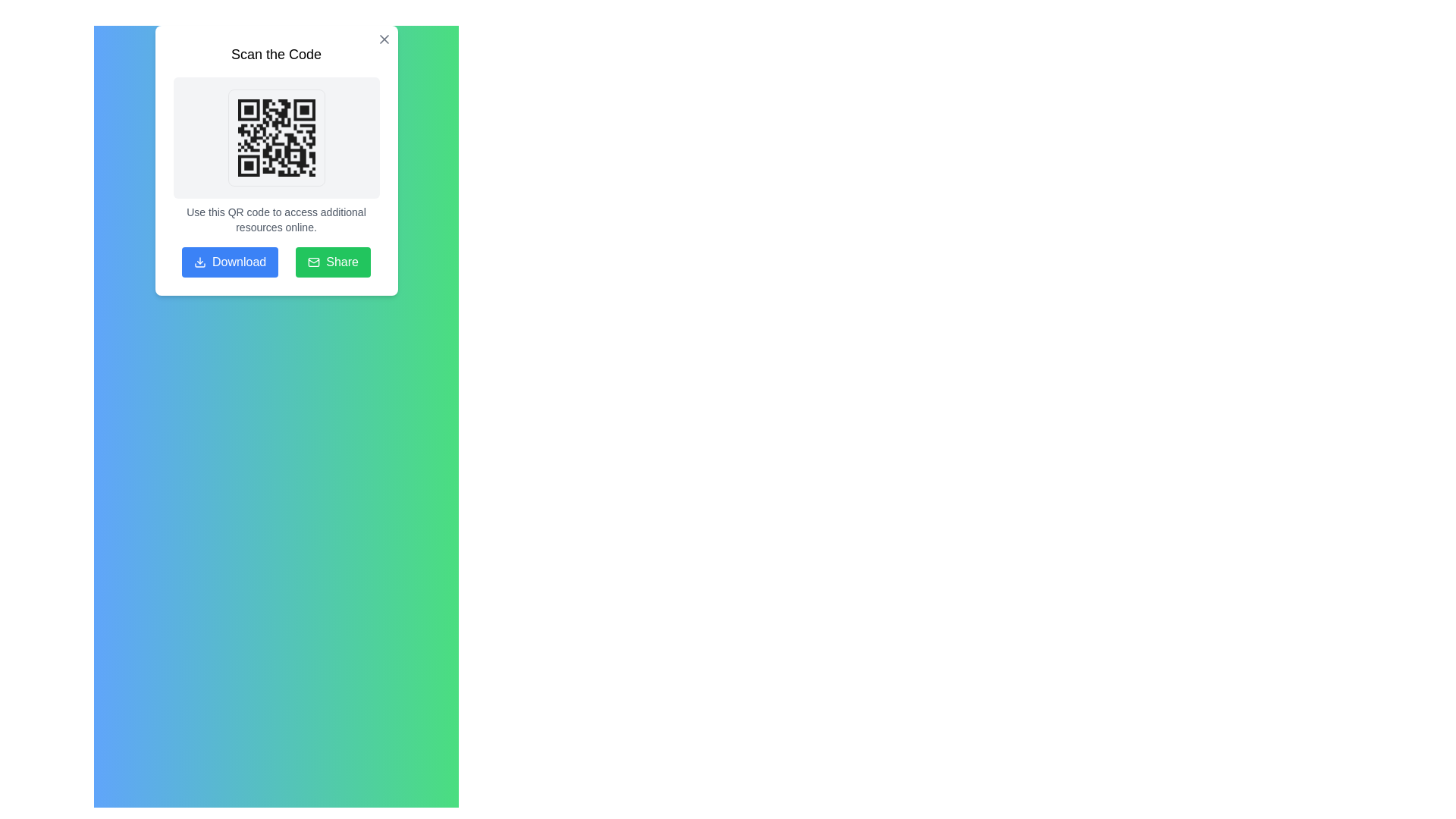 The height and width of the screenshot is (819, 1456). What do you see at coordinates (199, 262) in the screenshot?
I see `the 'Download' icon located to the left side of the 'Download' button in the bottom-left part of the modal window` at bounding box center [199, 262].